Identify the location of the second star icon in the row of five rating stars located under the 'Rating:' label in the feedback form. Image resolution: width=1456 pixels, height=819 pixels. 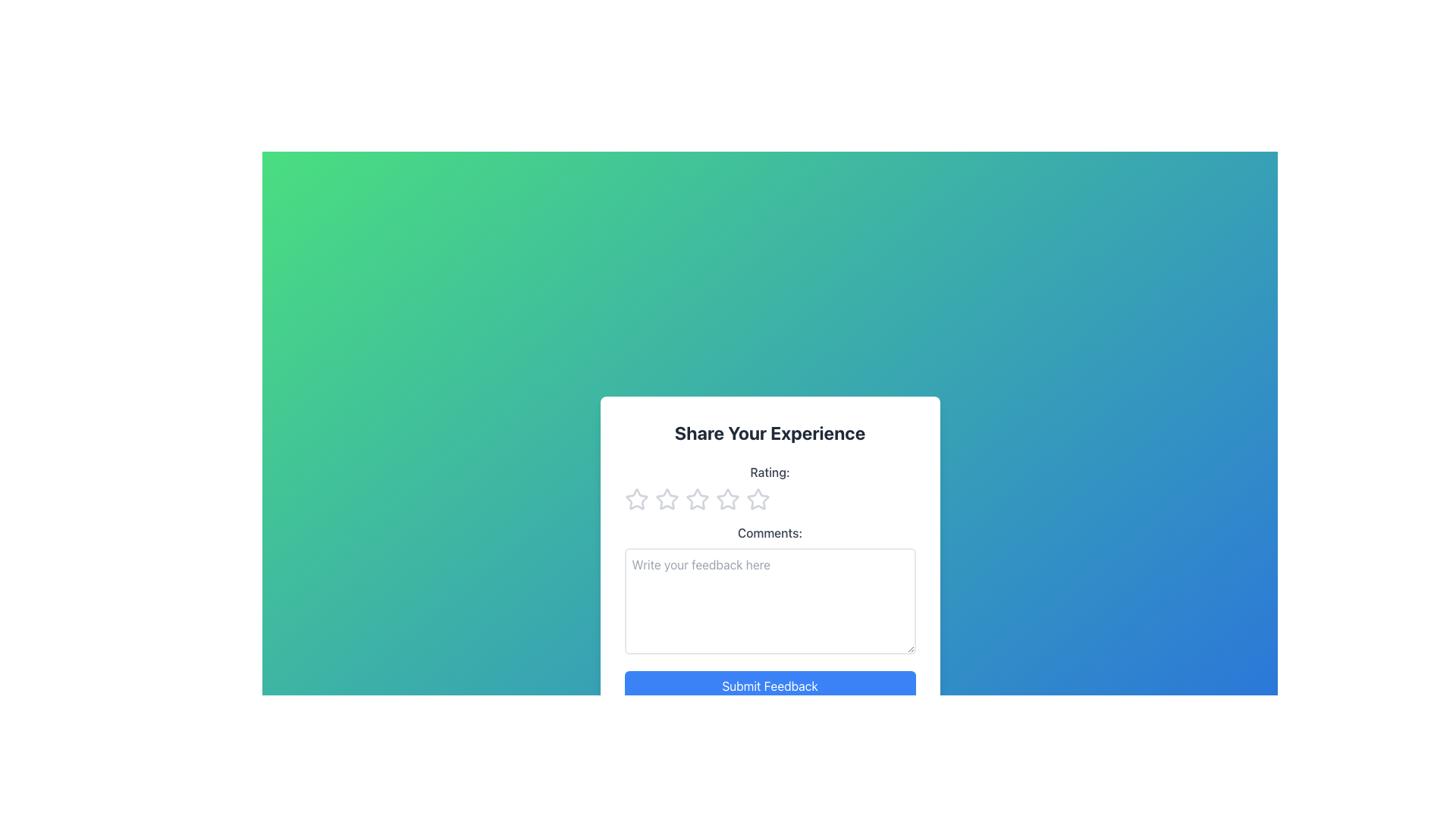
(667, 499).